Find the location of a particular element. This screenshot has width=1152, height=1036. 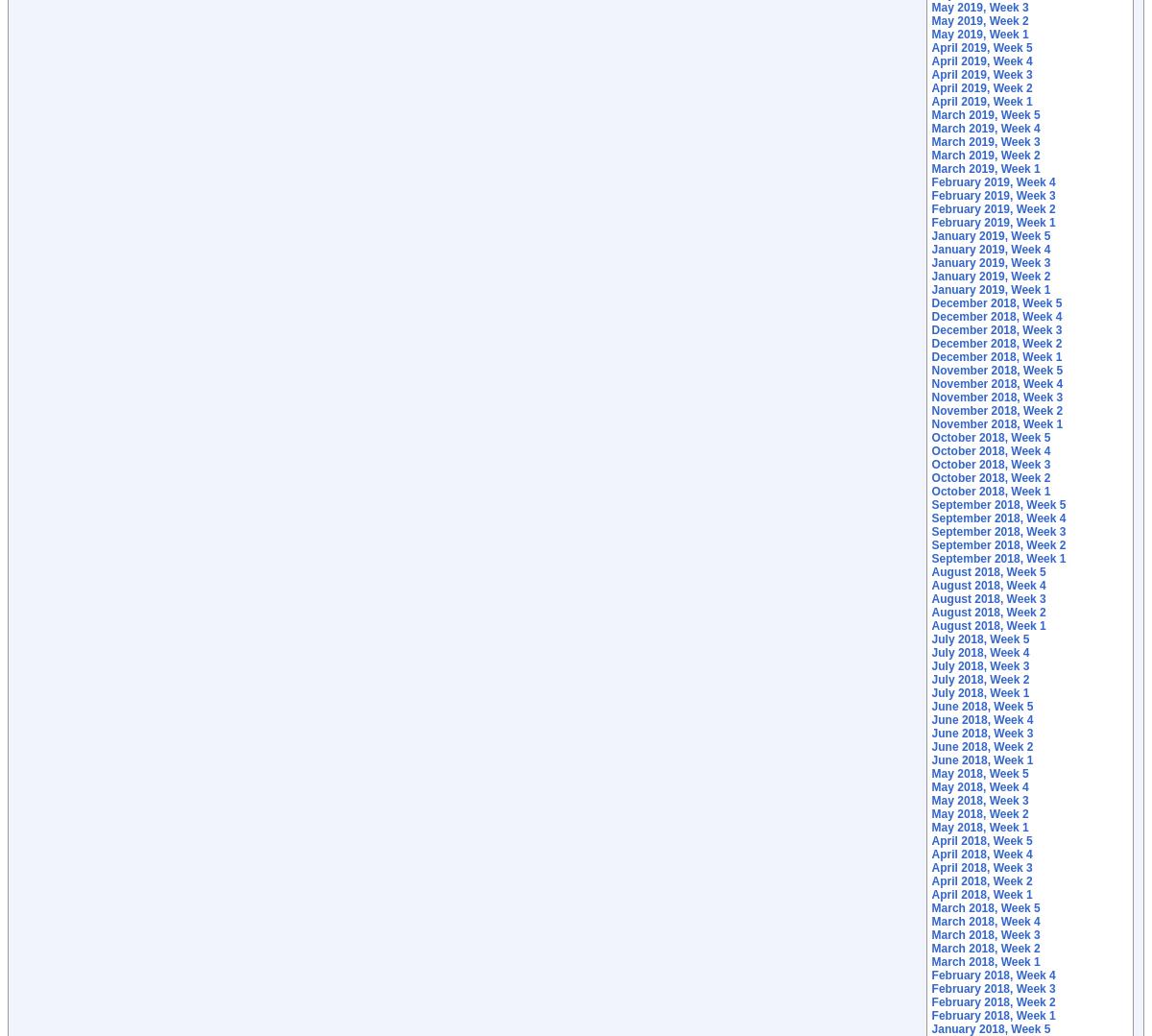

'January 2019, Week 4' is located at coordinates (930, 250).